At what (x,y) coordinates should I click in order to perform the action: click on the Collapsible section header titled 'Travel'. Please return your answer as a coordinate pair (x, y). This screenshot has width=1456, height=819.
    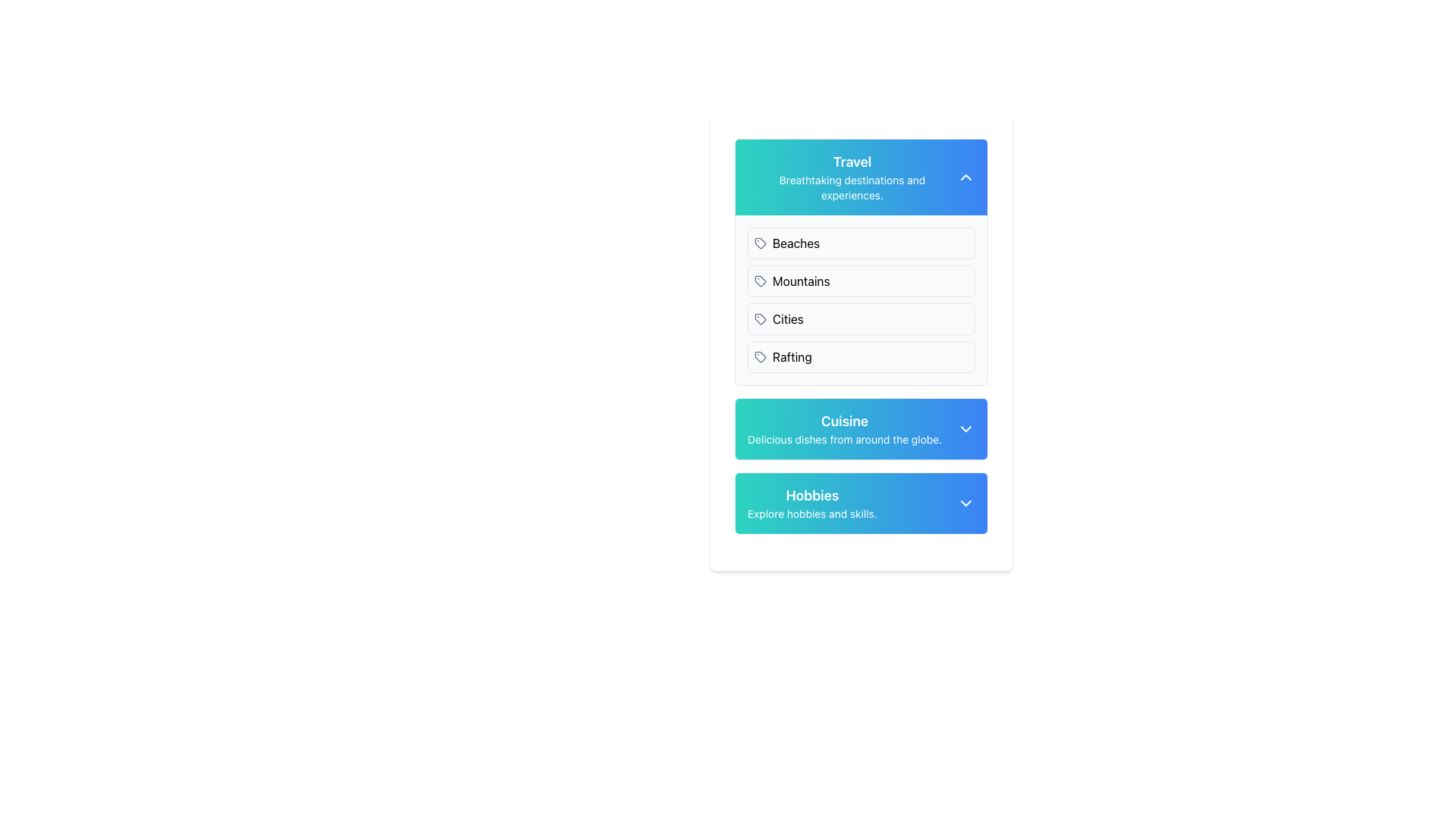
    Looking at the image, I should click on (861, 177).